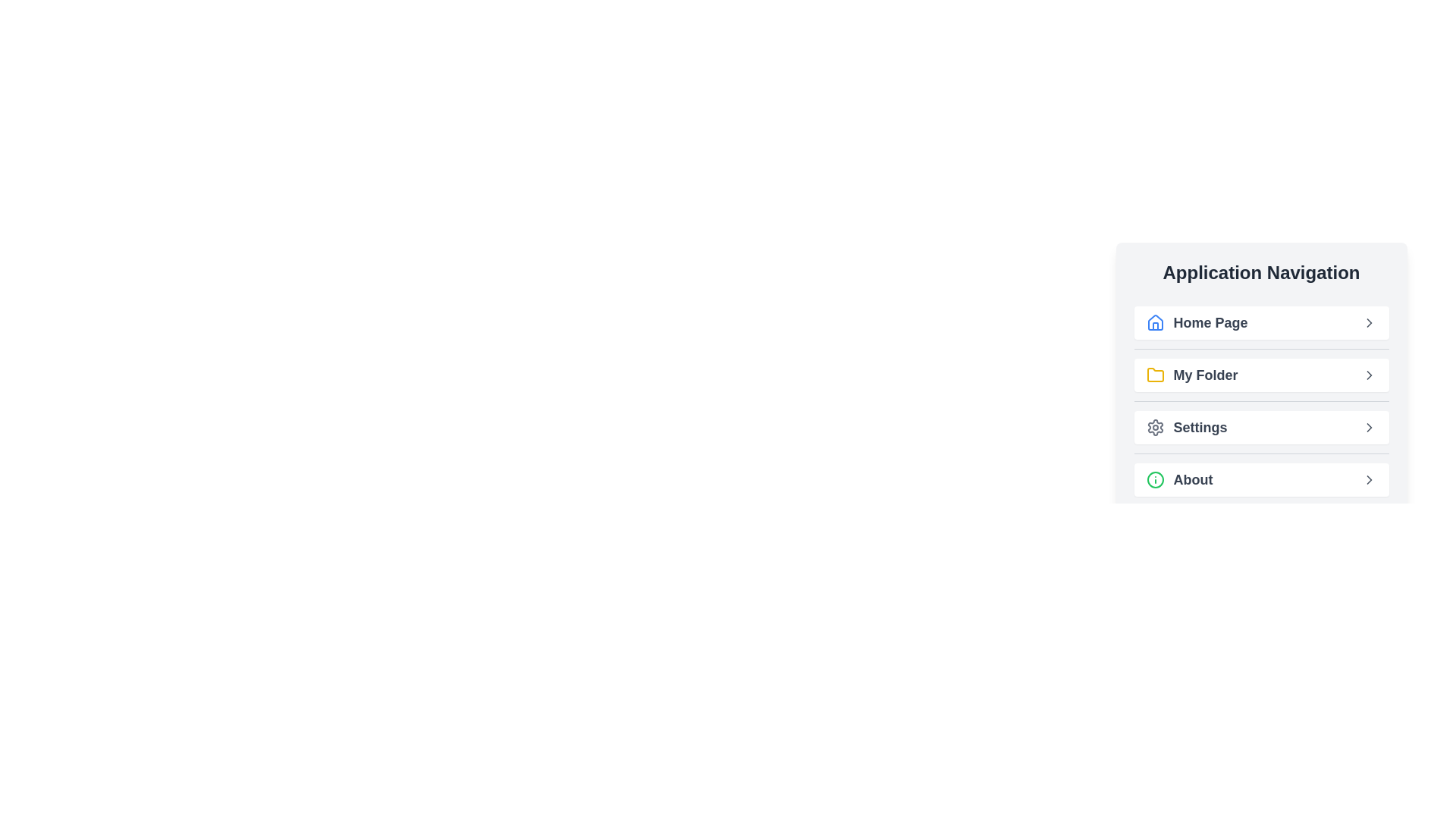 The image size is (1456, 819). I want to click on the visual representation of the gear-shaped settings icon located in the 'Settings' navigation option, positioned to the left of the 'Settings' label, so click(1154, 427).